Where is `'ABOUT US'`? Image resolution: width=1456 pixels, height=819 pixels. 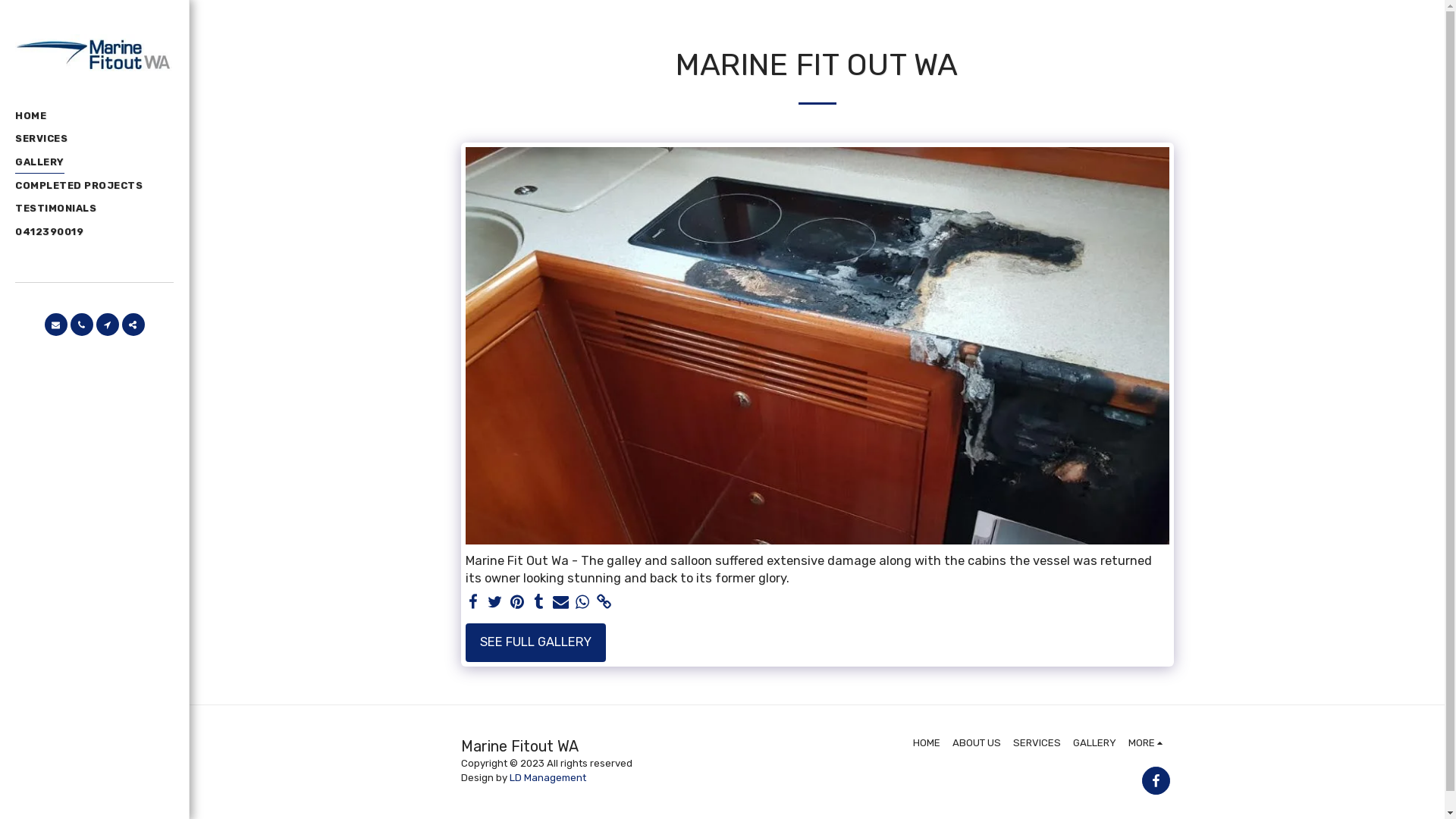
'ABOUT US' is located at coordinates (976, 742).